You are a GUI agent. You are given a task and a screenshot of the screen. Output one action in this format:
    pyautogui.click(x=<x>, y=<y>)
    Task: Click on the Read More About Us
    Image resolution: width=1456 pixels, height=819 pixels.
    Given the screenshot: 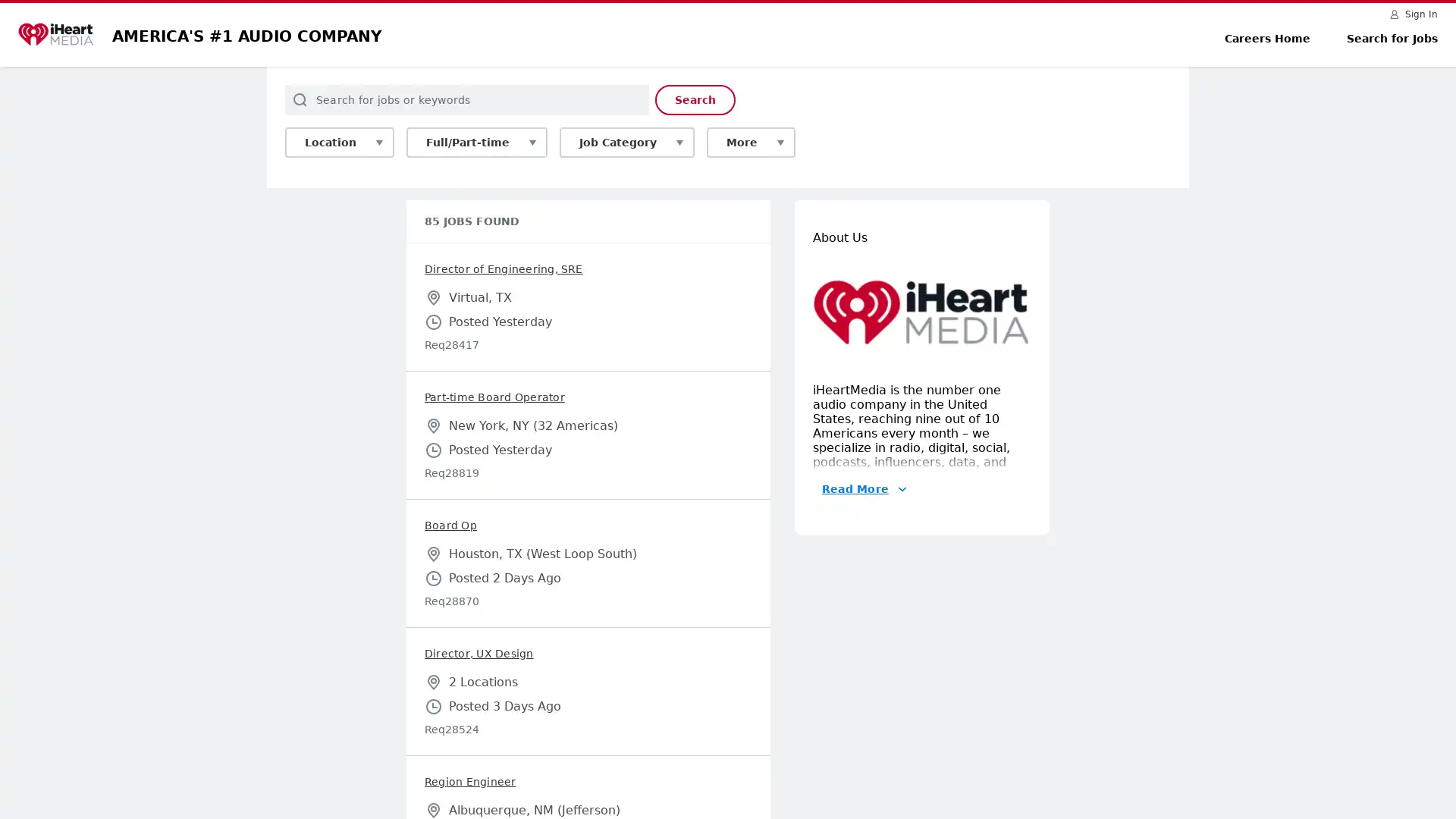 What is the action you would take?
    pyautogui.click(x=856, y=769)
    